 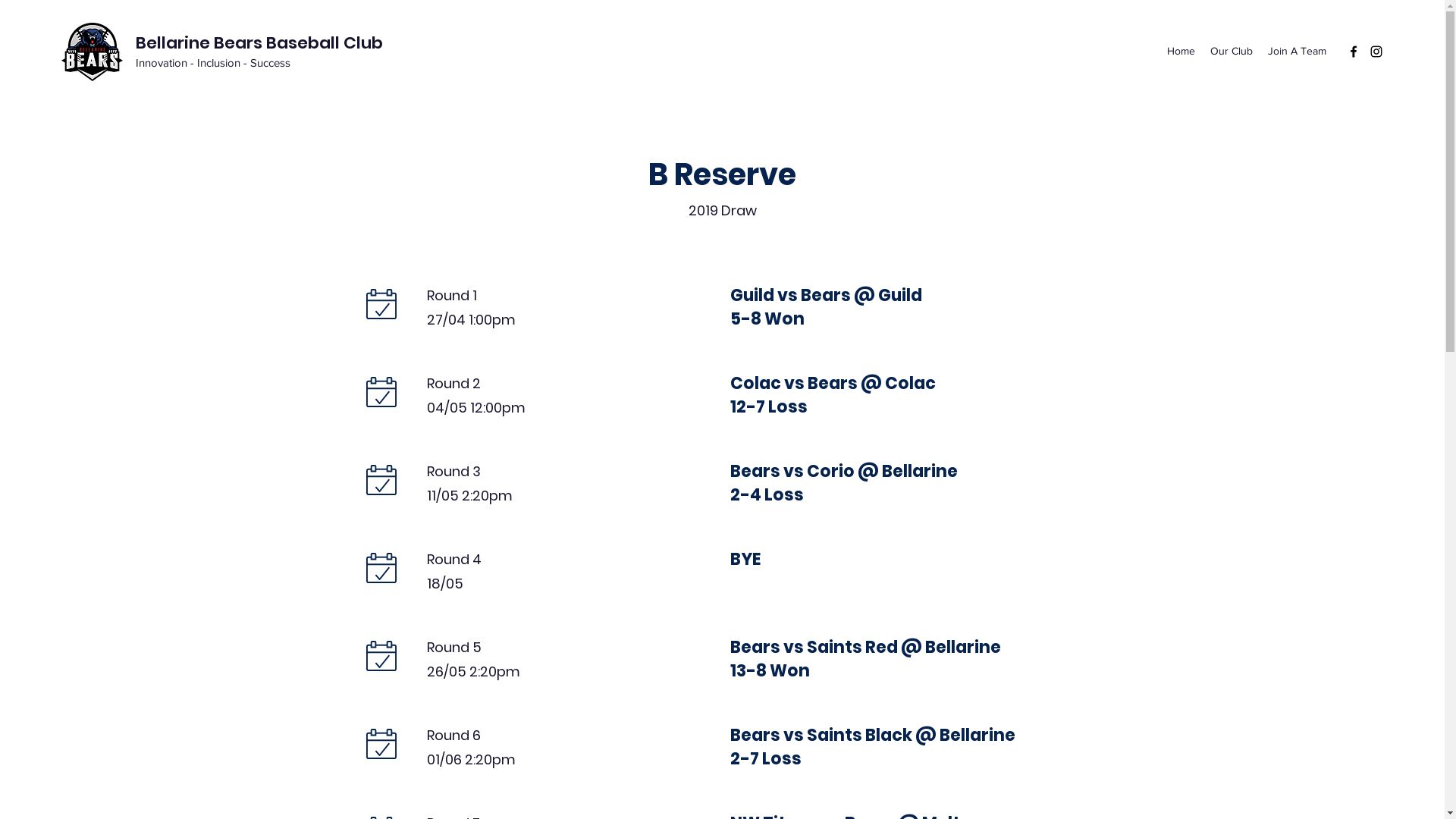 I want to click on 'Our Club', so click(x=1231, y=50).